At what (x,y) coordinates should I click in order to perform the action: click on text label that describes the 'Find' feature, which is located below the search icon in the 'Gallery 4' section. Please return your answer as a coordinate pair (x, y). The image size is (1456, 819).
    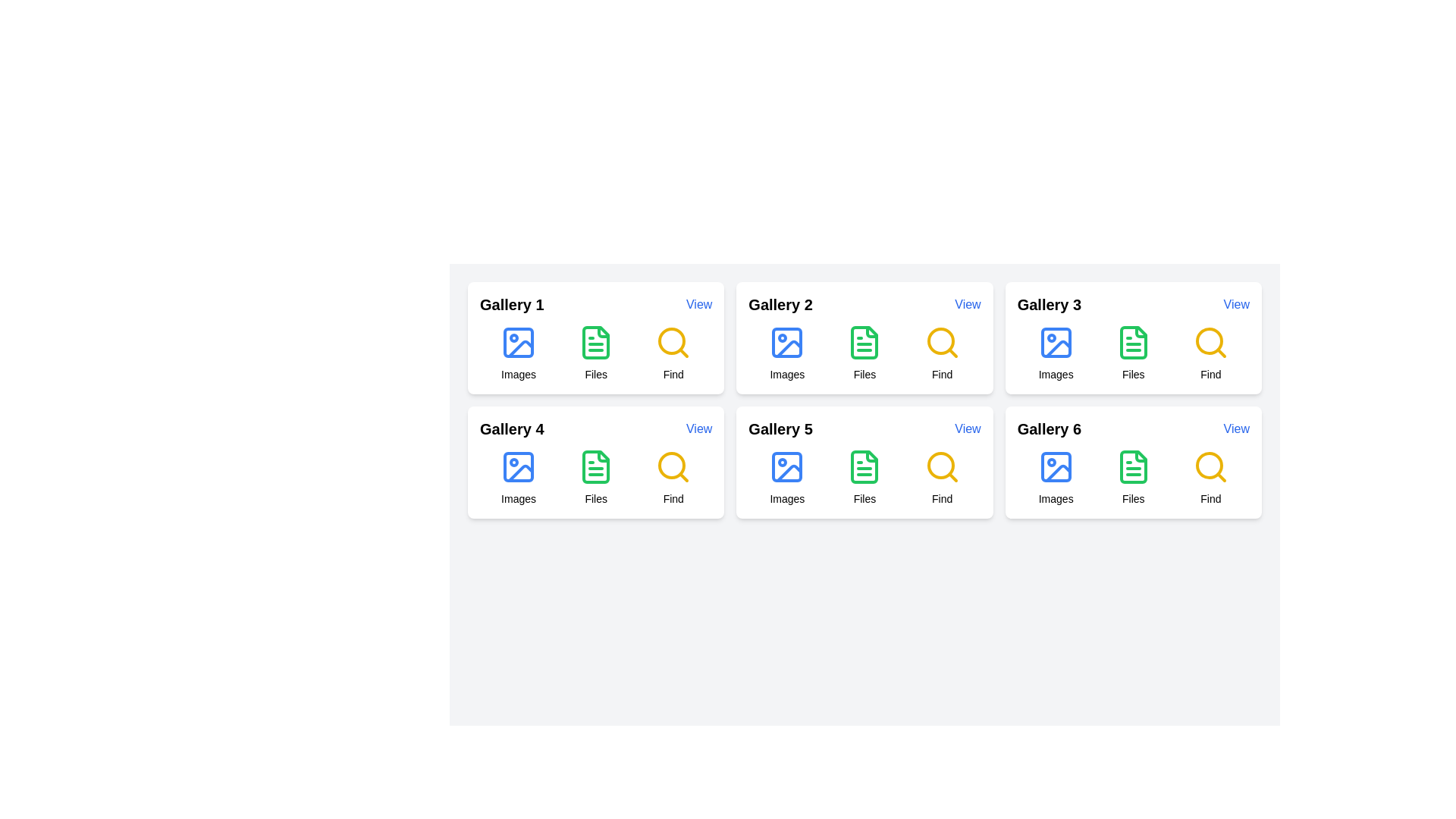
    Looking at the image, I should click on (673, 499).